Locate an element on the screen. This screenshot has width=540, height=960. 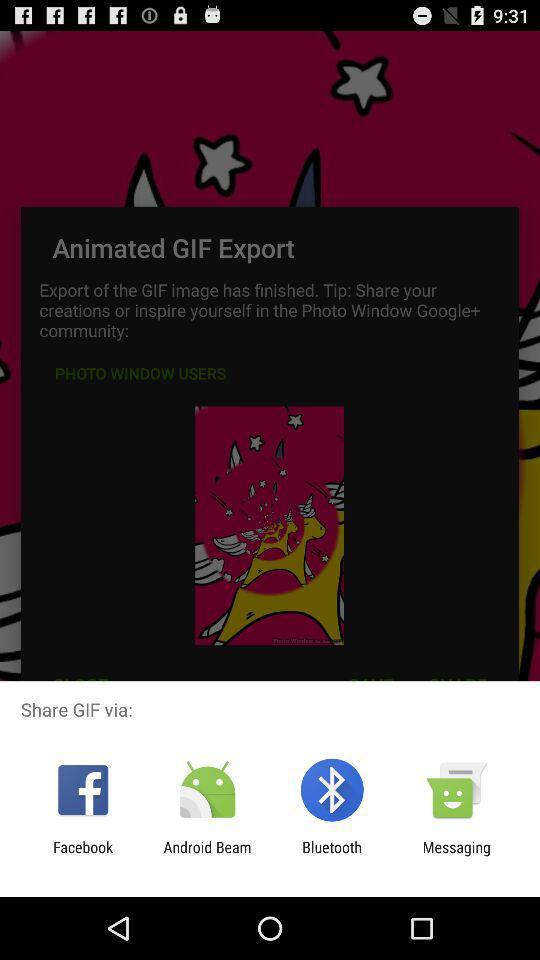
the item to the right of the bluetooth is located at coordinates (456, 855).